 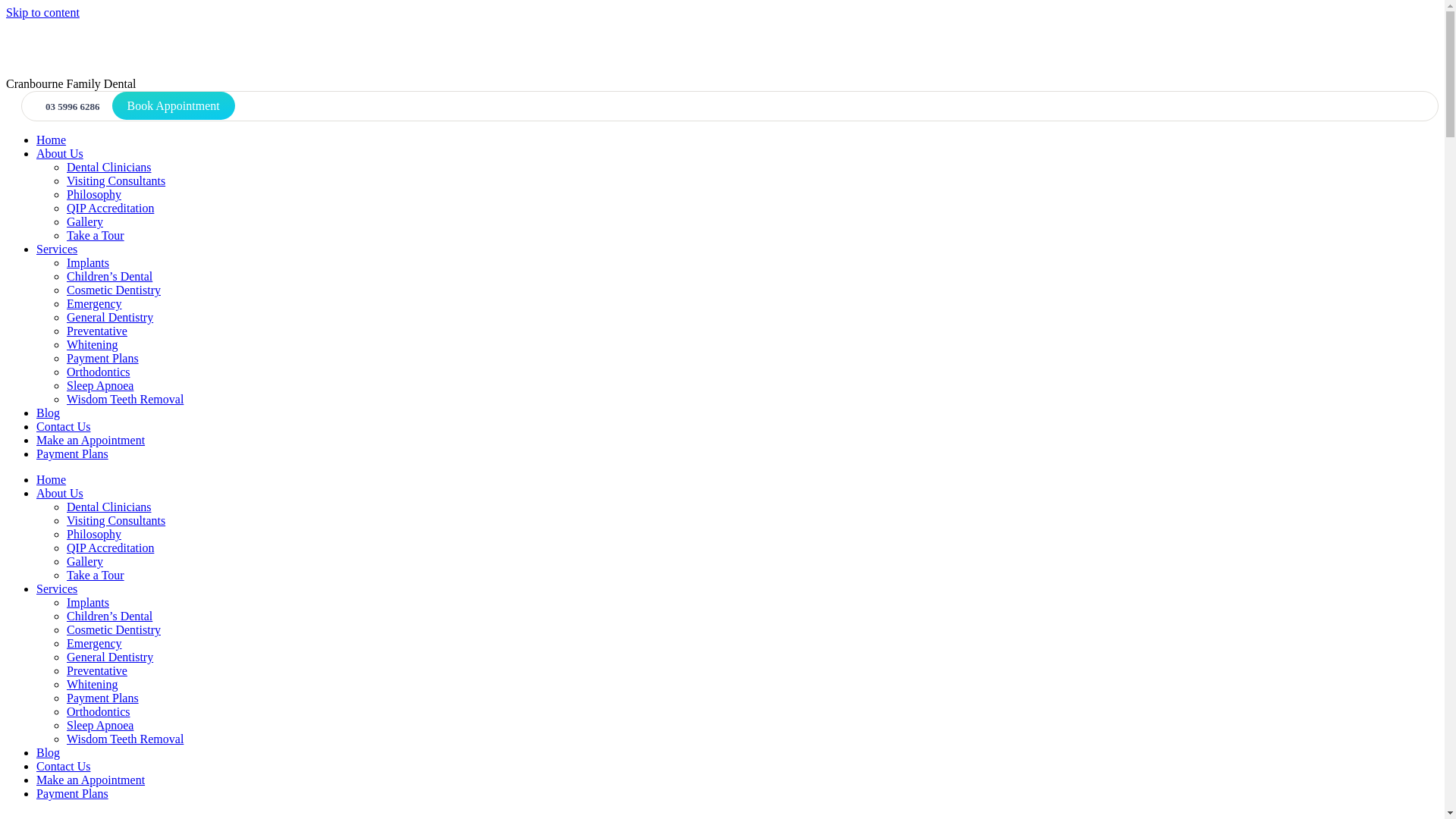 What do you see at coordinates (83, 561) in the screenshot?
I see `'Gallery'` at bounding box center [83, 561].